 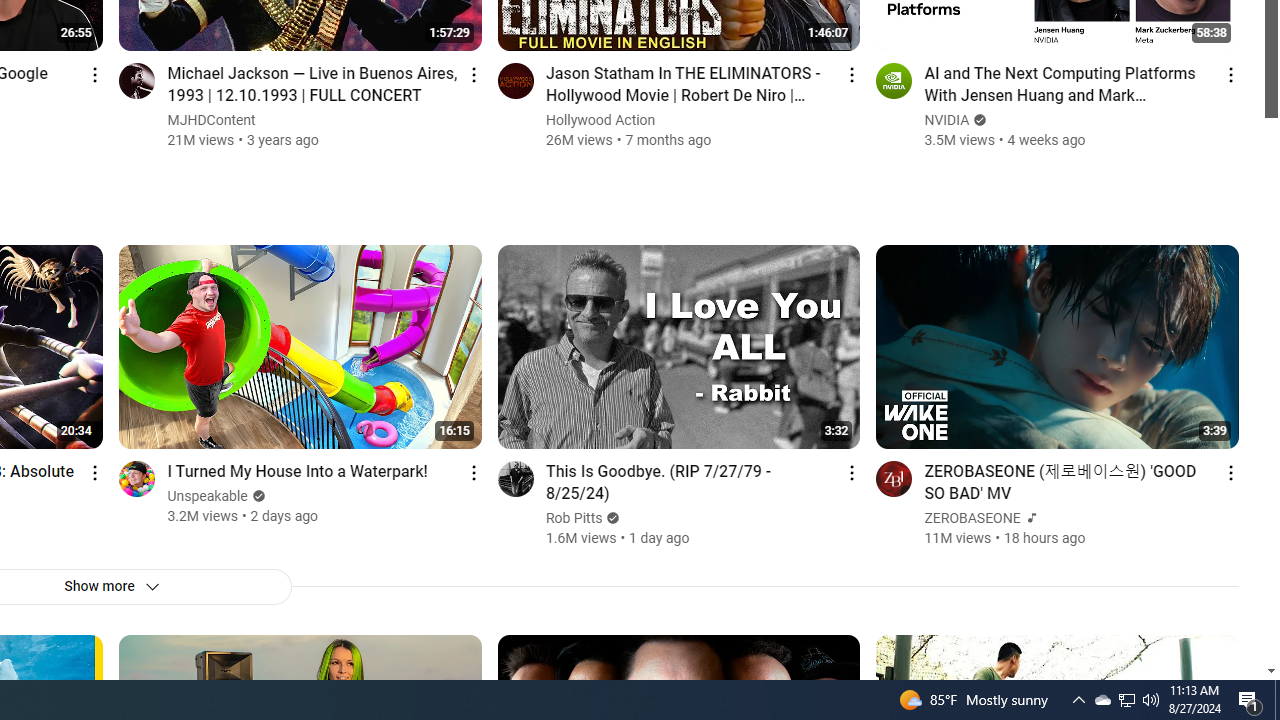 What do you see at coordinates (573, 517) in the screenshot?
I see `'Rob Pitts'` at bounding box center [573, 517].